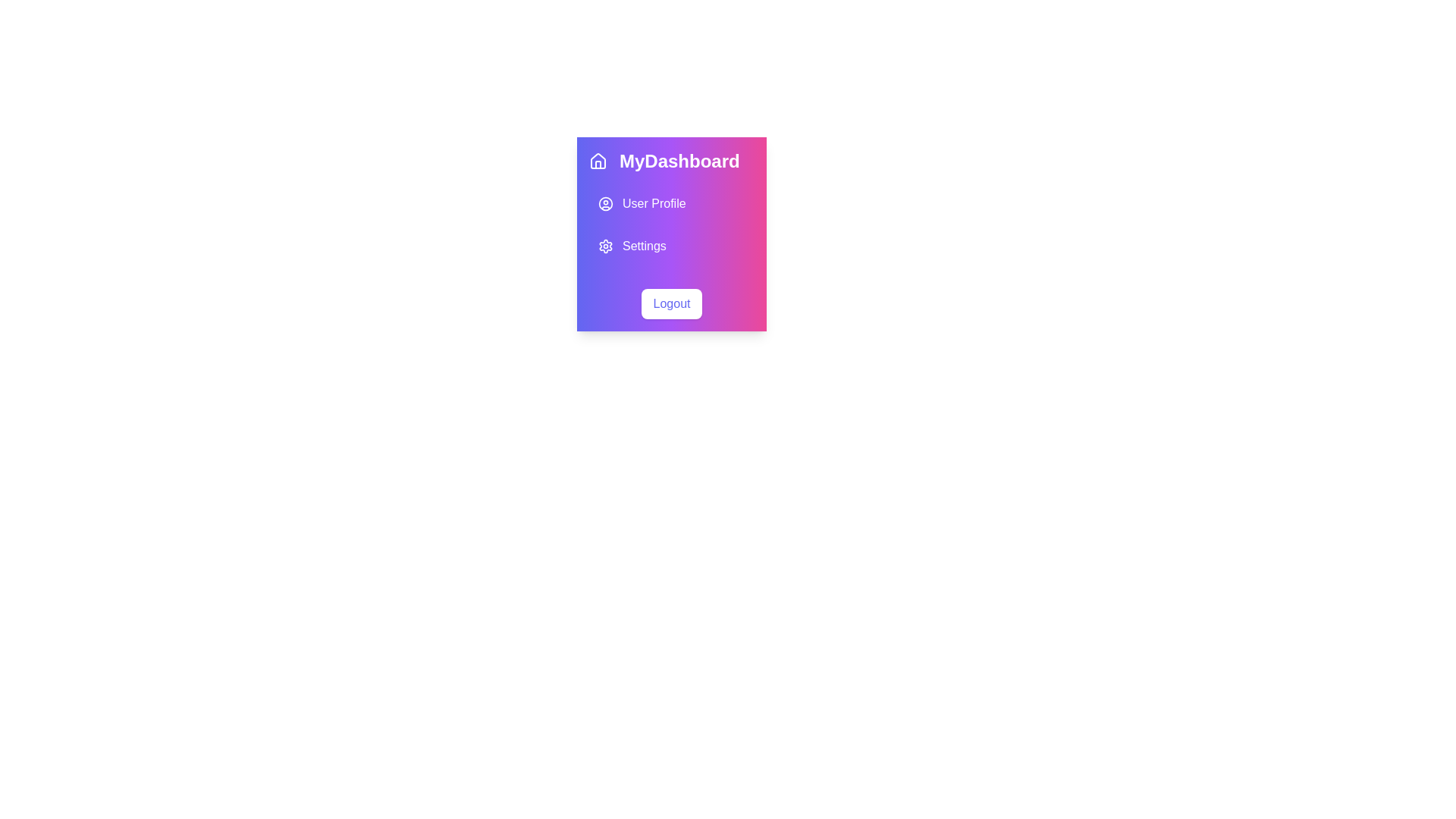  I want to click on the Menu Header element which is a horizontal panel at the top of the menu containing a house icon on the left and 'MyDashboard' text on the right, featuring a gradient background from blue to pink, so click(671, 161).